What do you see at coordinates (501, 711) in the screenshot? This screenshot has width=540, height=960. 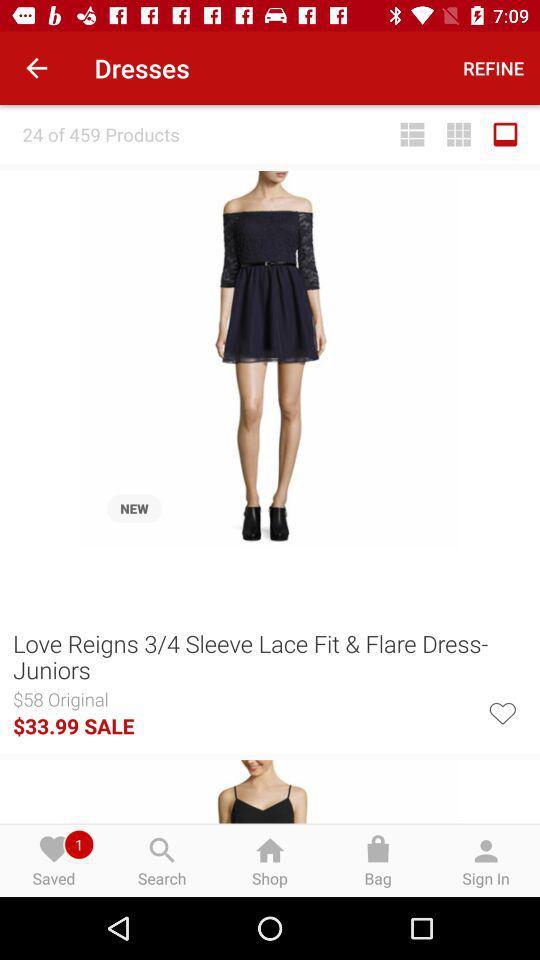 I see `to saved list` at bounding box center [501, 711].